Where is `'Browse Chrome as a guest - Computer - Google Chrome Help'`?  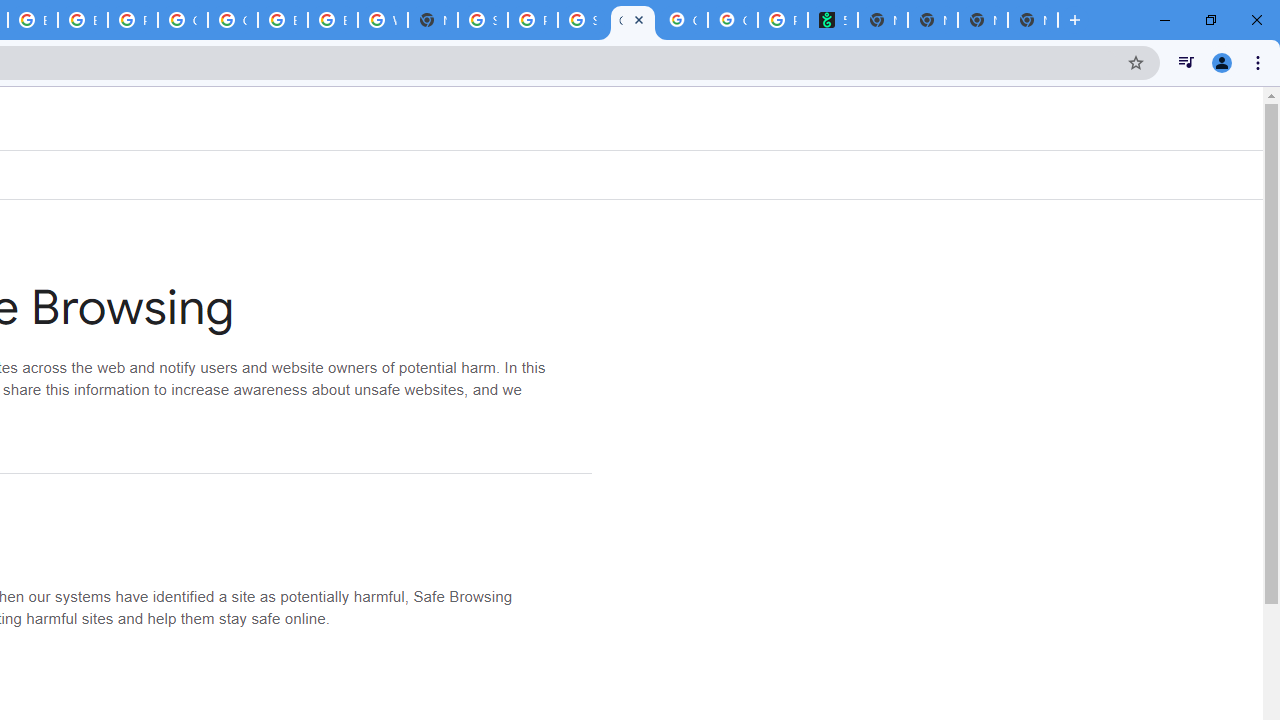
'Browse Chrome as a guest - Computer - Google Chrome Help' is located at coordinates (282, 20).